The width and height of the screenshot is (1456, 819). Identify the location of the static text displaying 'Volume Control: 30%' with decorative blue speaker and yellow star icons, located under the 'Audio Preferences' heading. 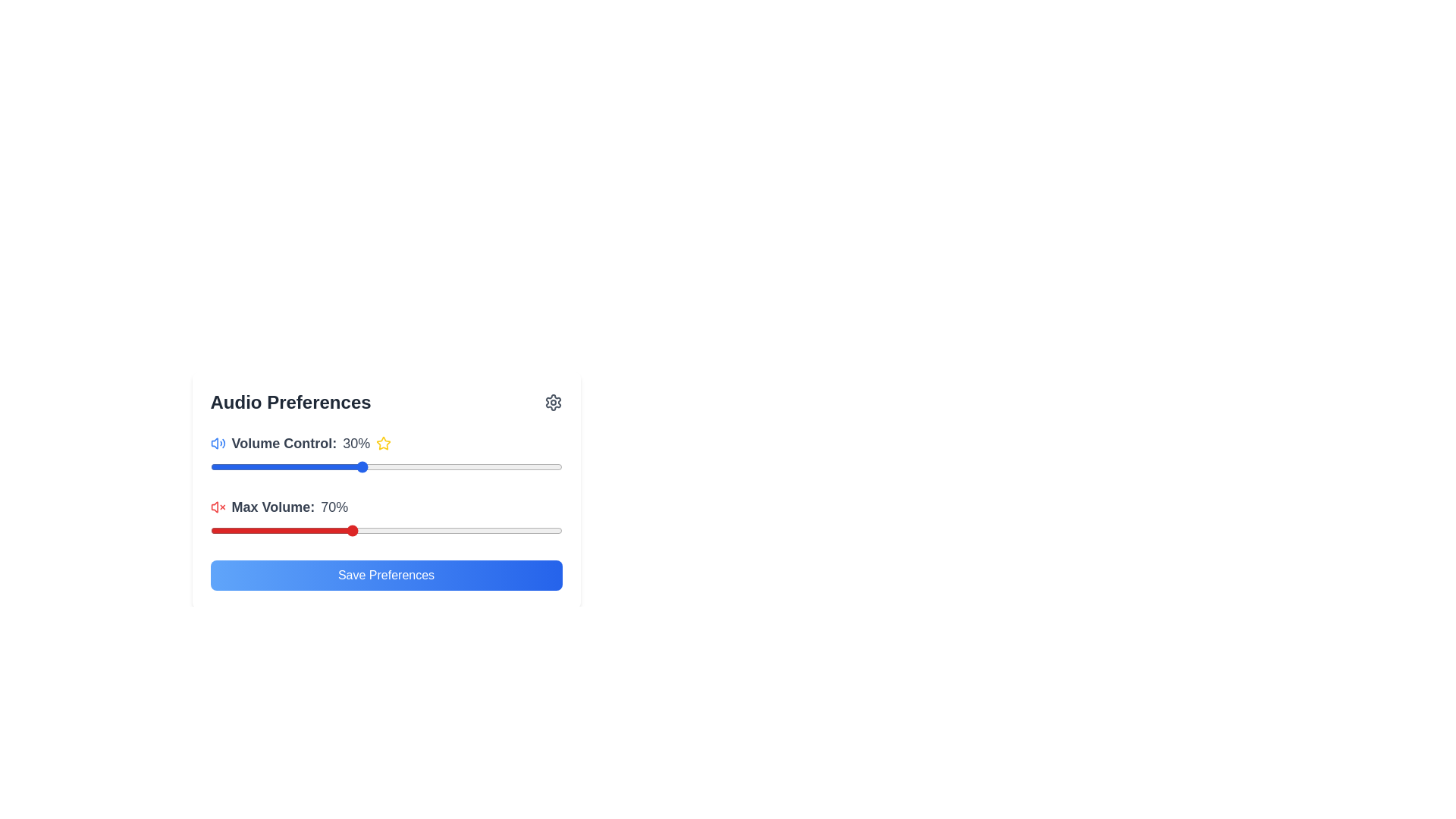
(386, 444).